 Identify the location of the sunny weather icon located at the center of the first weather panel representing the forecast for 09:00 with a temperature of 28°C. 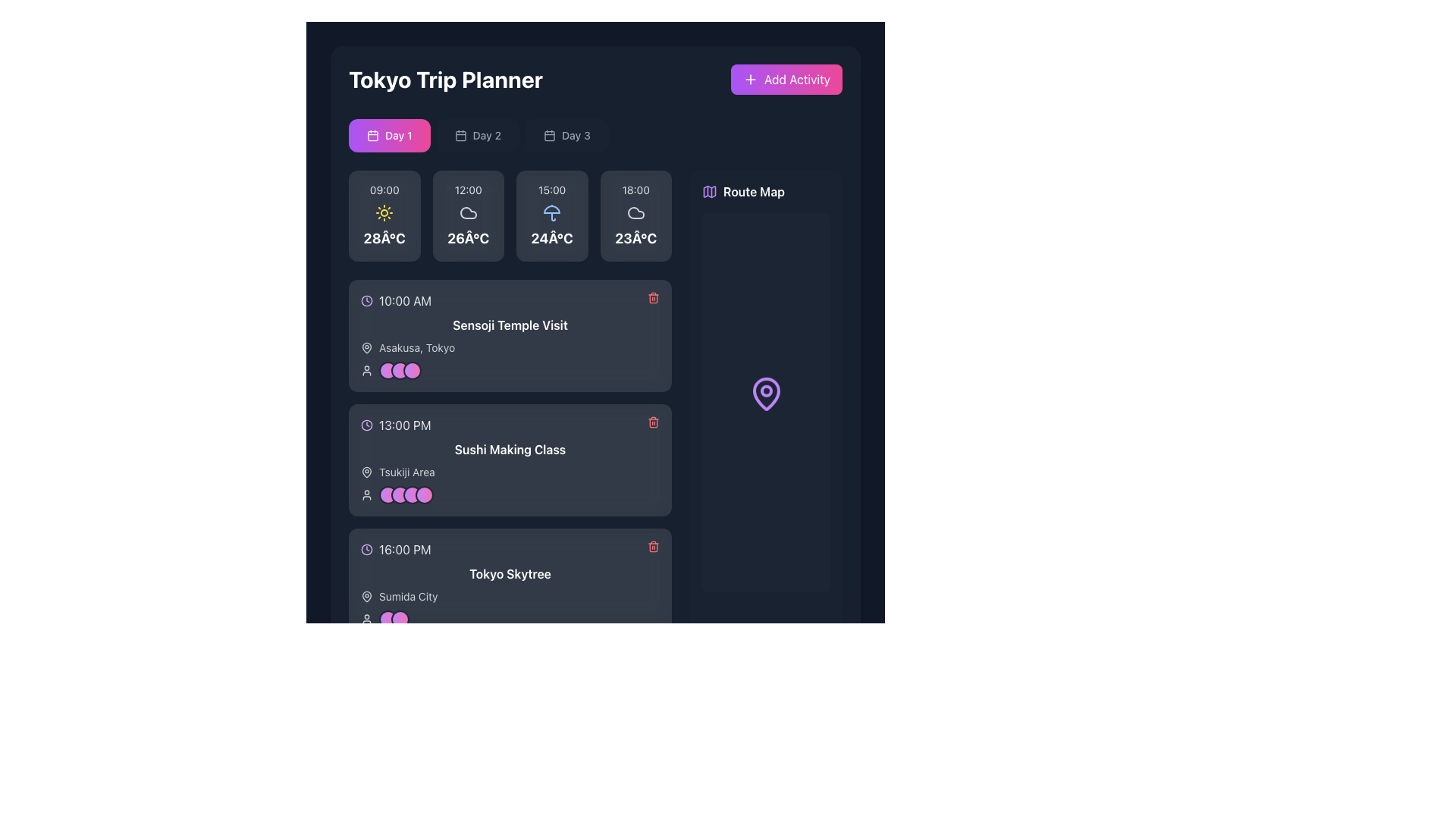
(384, 213).